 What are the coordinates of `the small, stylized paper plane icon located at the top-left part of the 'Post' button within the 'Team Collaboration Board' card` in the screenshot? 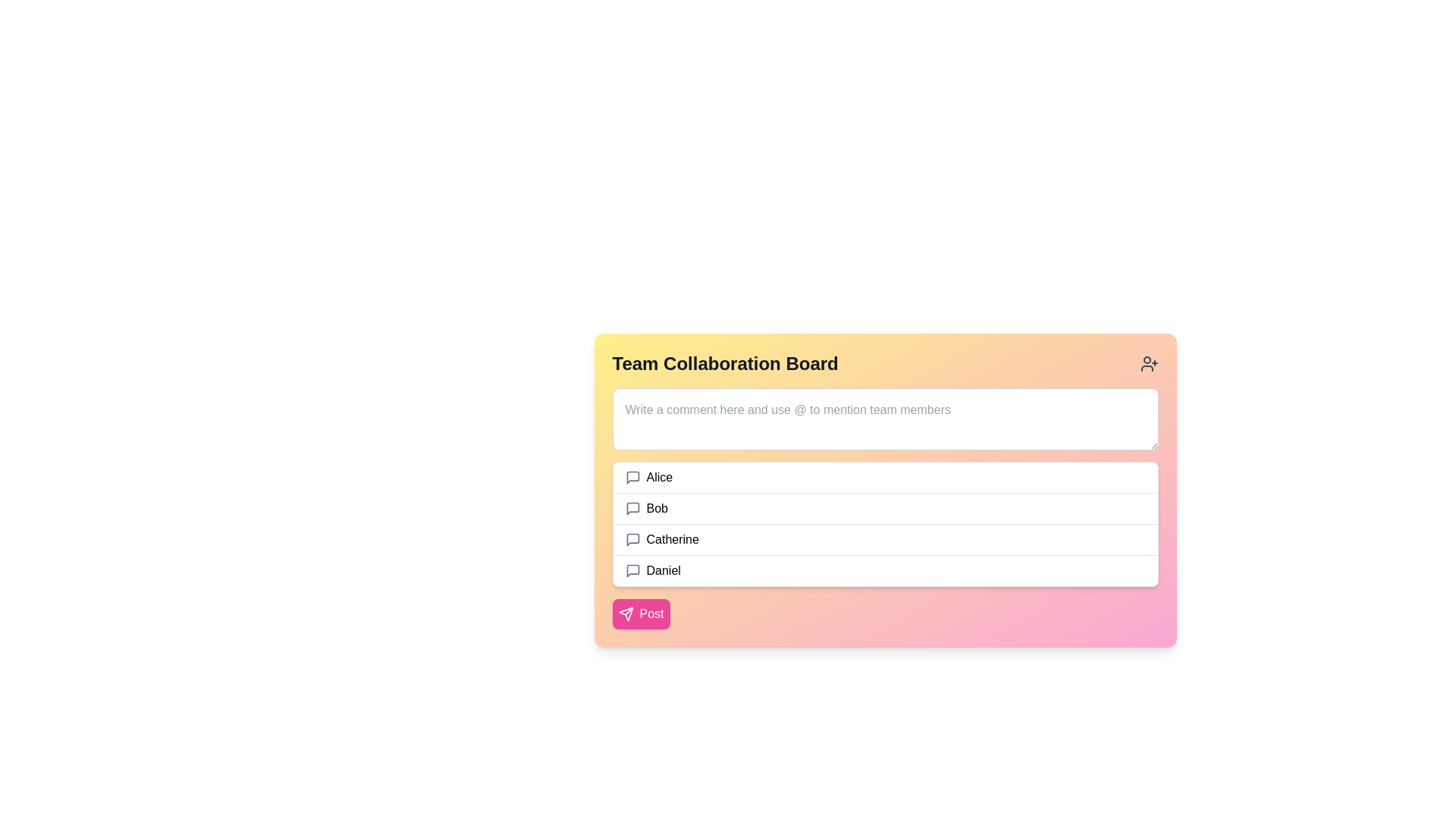 It's located at (626, 614).